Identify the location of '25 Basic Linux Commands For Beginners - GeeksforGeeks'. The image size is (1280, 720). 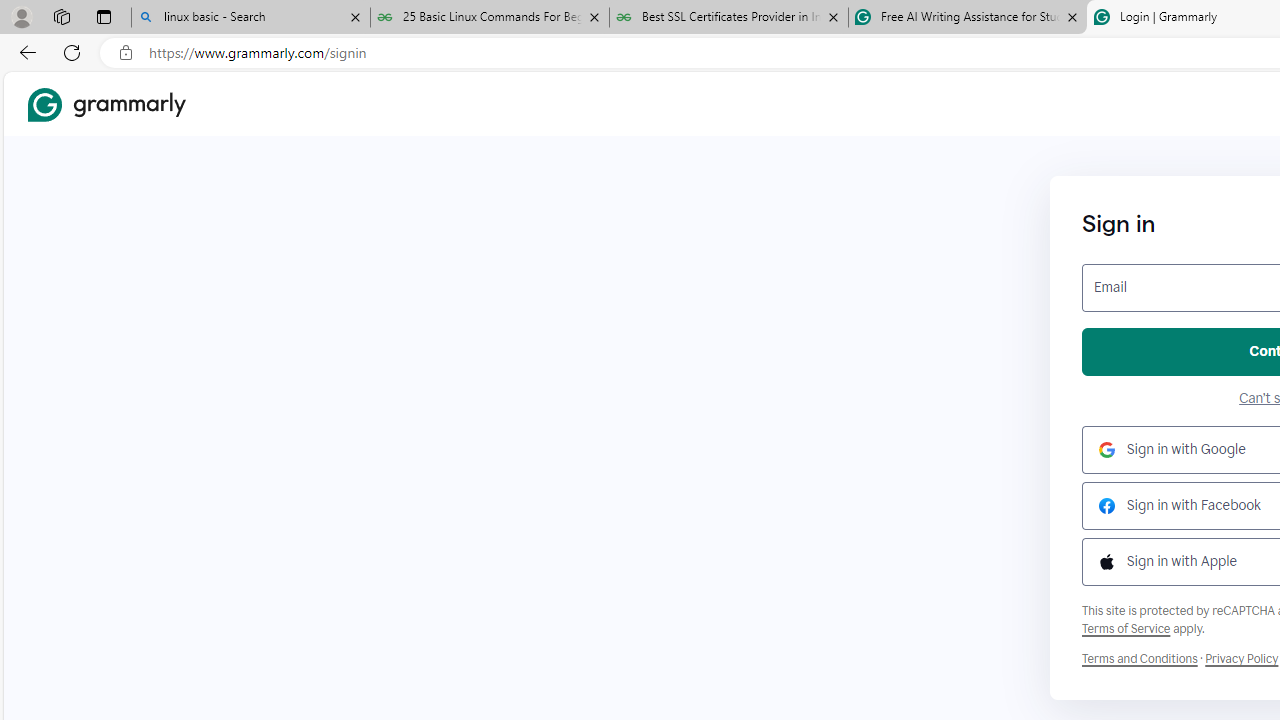
(490, 17).